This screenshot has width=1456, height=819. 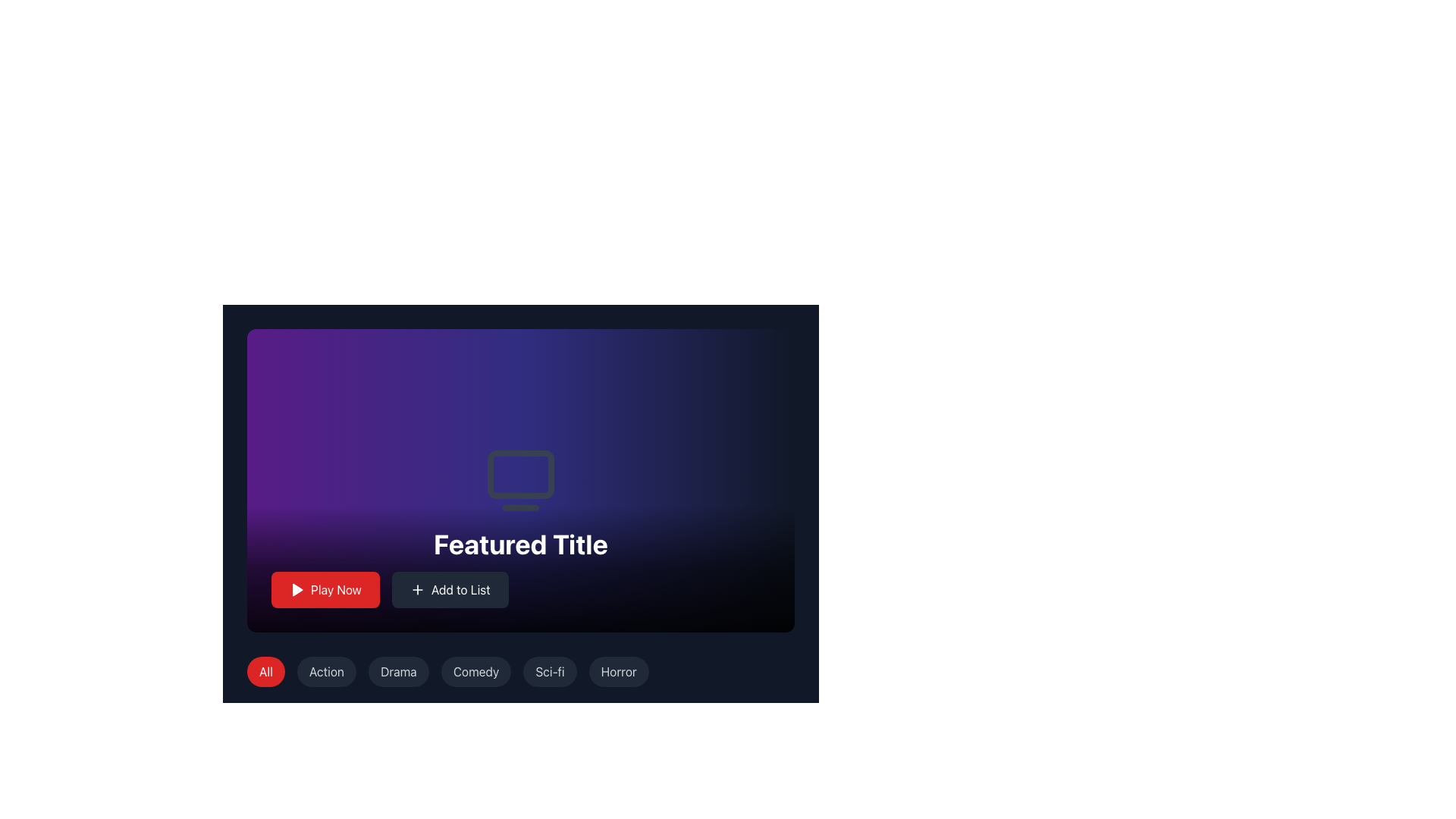 What do you see at coordinates (297, 589) in the screenshot?
I see `the Play Button, which is a rightward-pointing triangle icon associated with the 'Play Now' button located below the central featured image` at bounding box center [297, 589].